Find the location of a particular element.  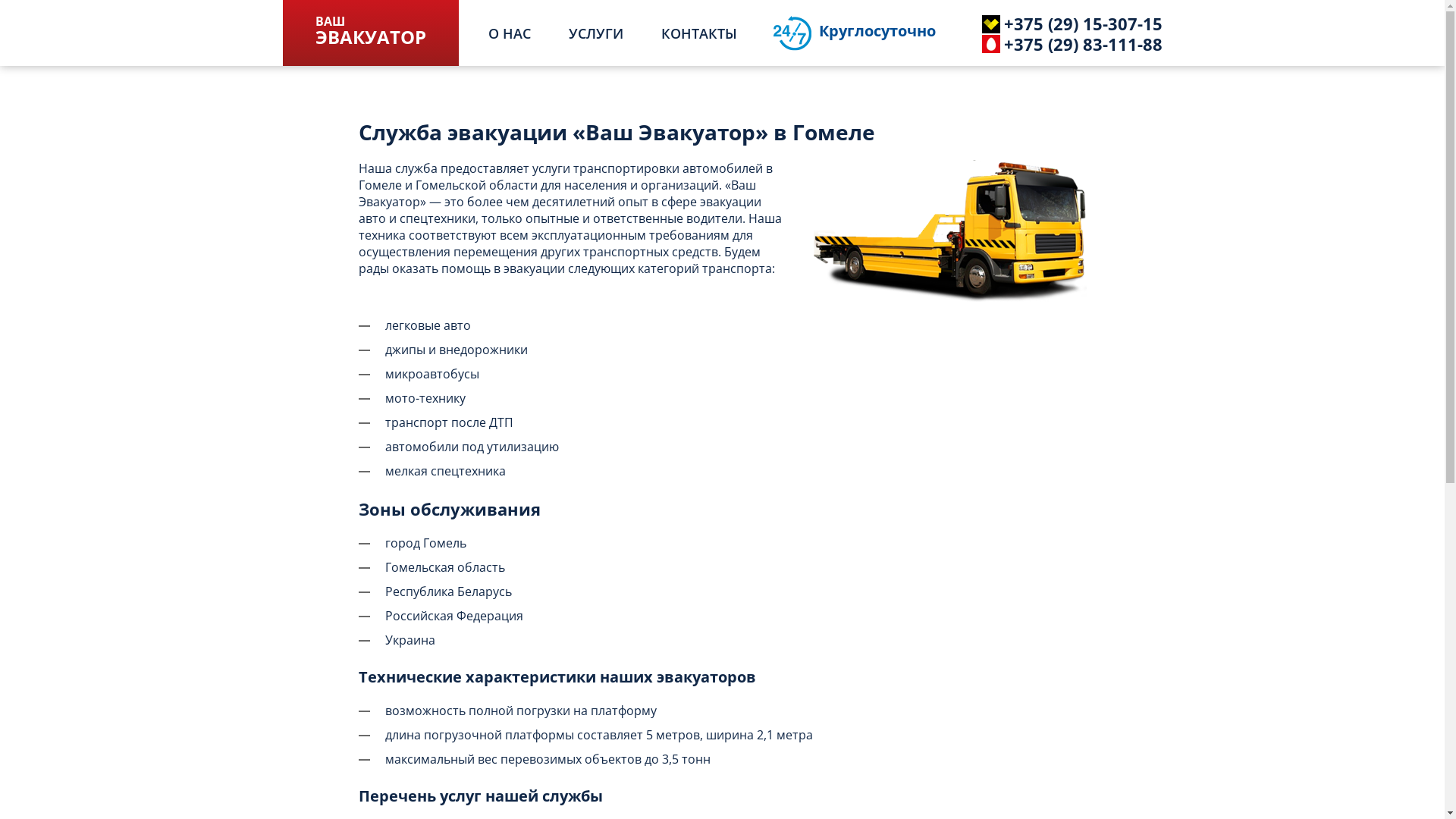

'+375 (29) 15-307-15' is located at coordinates (1051, 23).